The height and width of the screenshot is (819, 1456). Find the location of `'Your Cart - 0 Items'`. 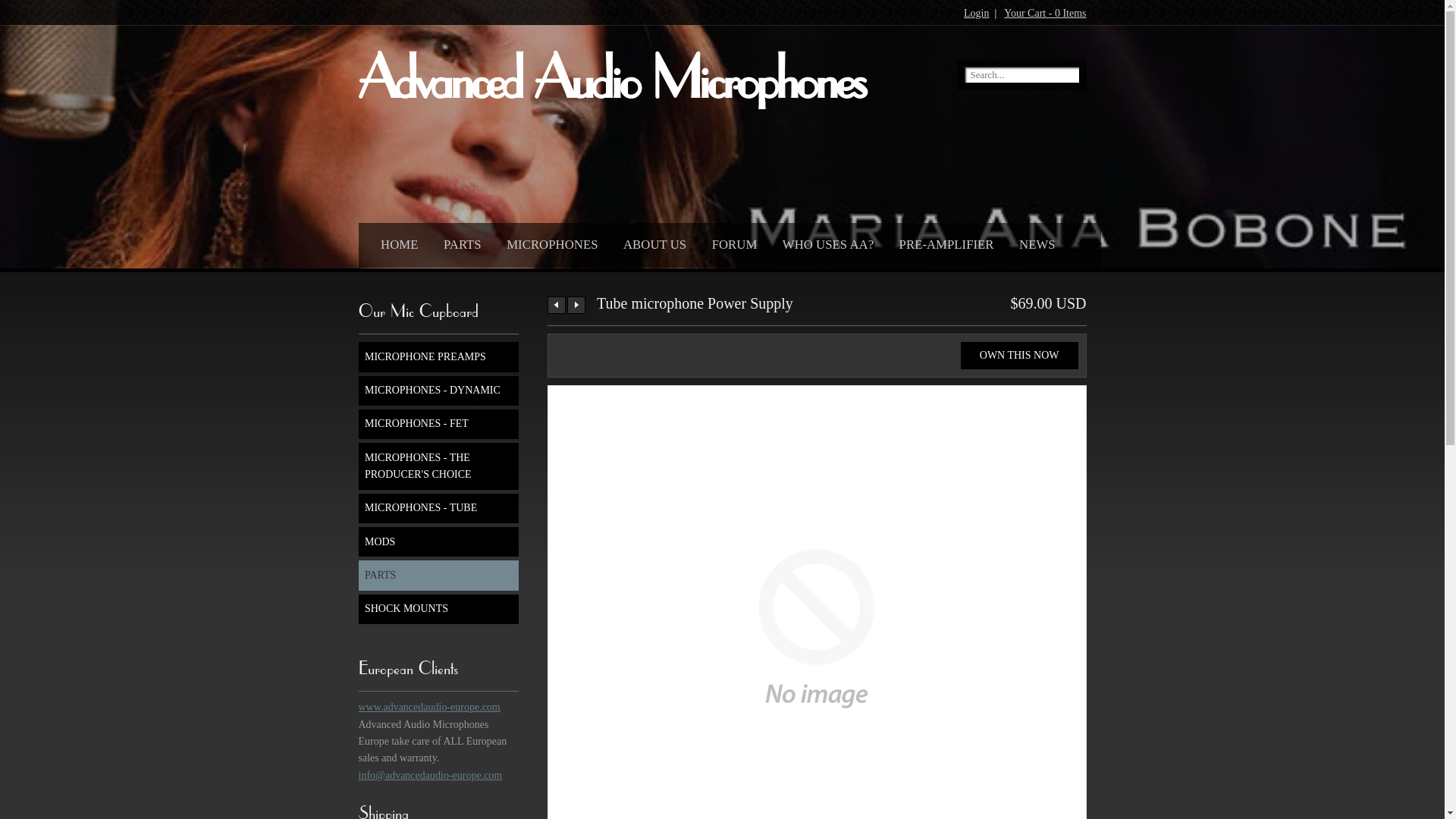

'Your Cart - 0 Items' is located at coordinates (1004, 13).